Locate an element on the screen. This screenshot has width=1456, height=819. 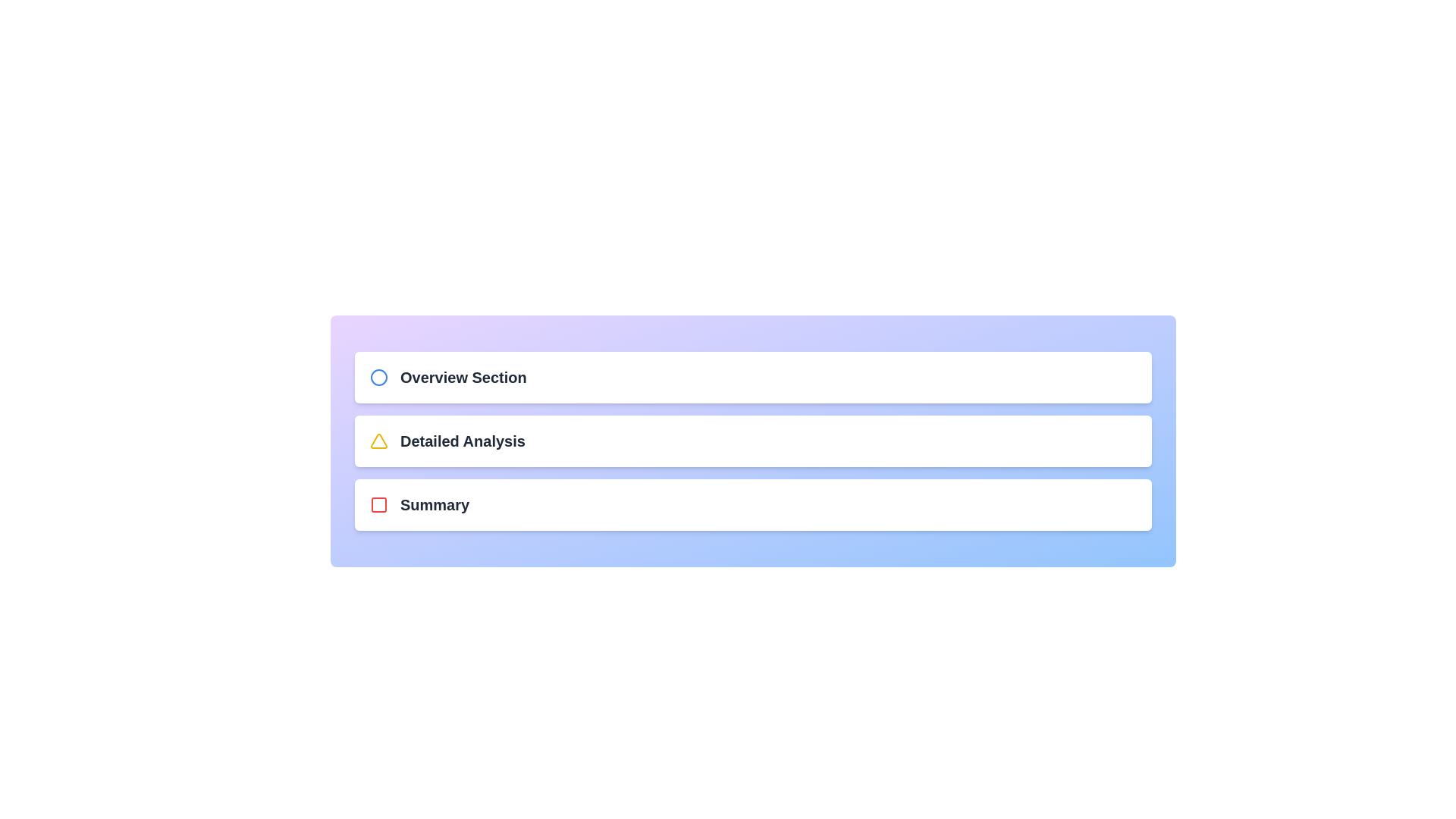
the triangular icon with a yellow outline, located to the left of the 'Detailed Analysis' text is located at coordinates (378, 441).